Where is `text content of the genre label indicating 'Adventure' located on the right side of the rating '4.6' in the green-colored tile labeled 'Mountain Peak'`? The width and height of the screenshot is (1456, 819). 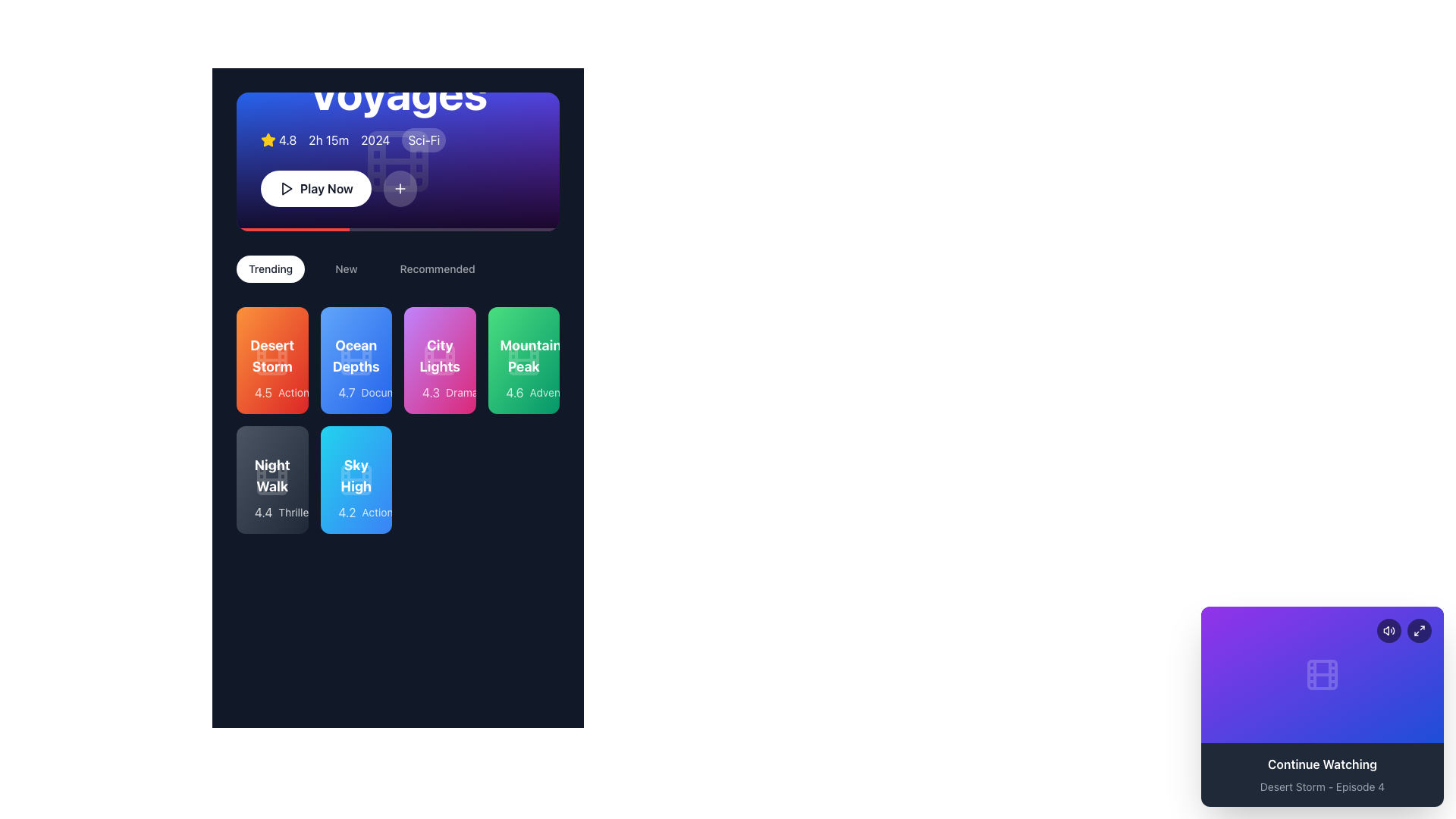 text content of the genre label indicating 'Adventure' located on the right side of the rating '4.6' in the green-colored tile labeled 'Mountain Peak' is located at coordinates (554, 392).